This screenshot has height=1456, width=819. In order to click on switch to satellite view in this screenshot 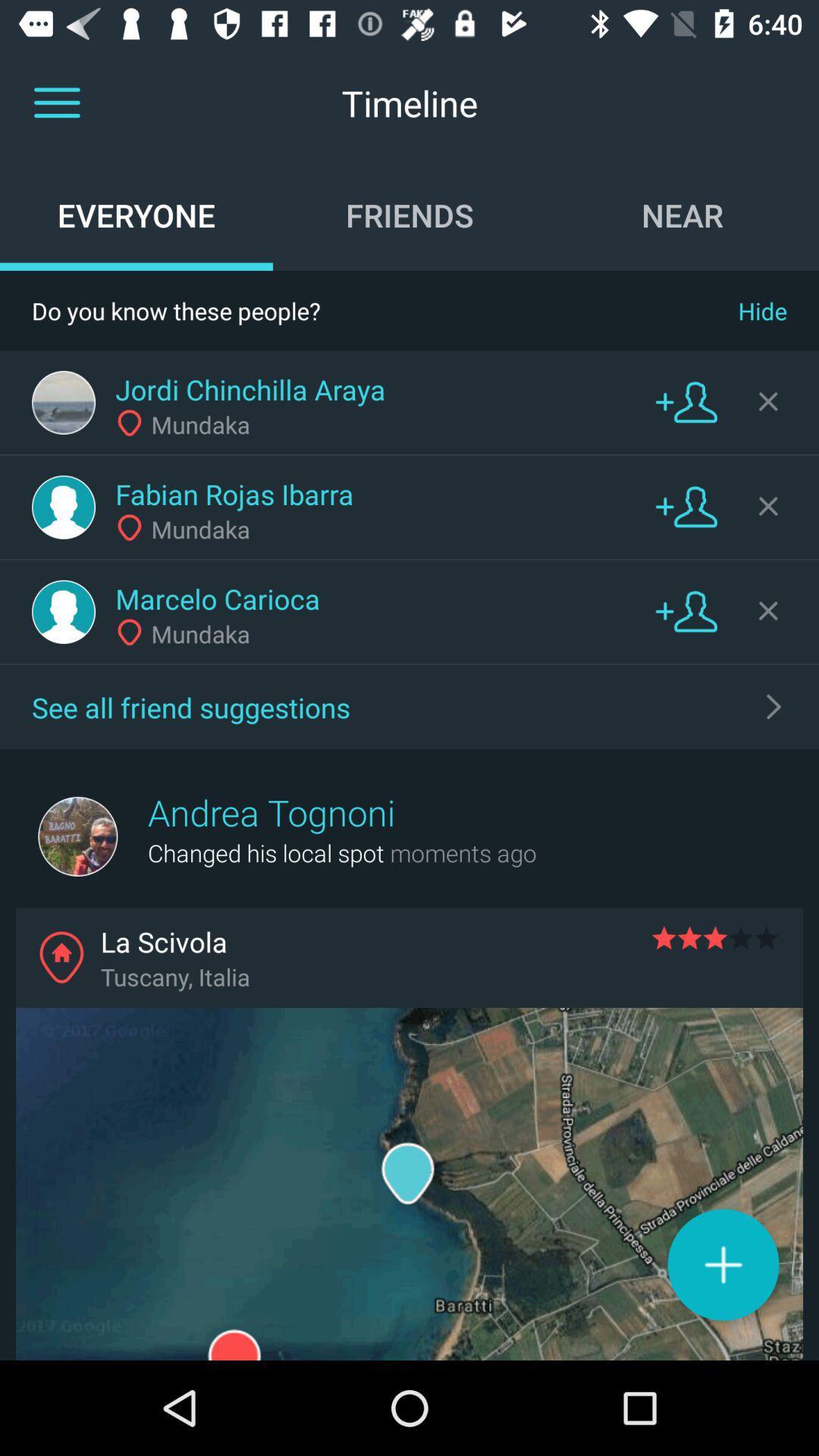, I will do `click(409, 1183)`.